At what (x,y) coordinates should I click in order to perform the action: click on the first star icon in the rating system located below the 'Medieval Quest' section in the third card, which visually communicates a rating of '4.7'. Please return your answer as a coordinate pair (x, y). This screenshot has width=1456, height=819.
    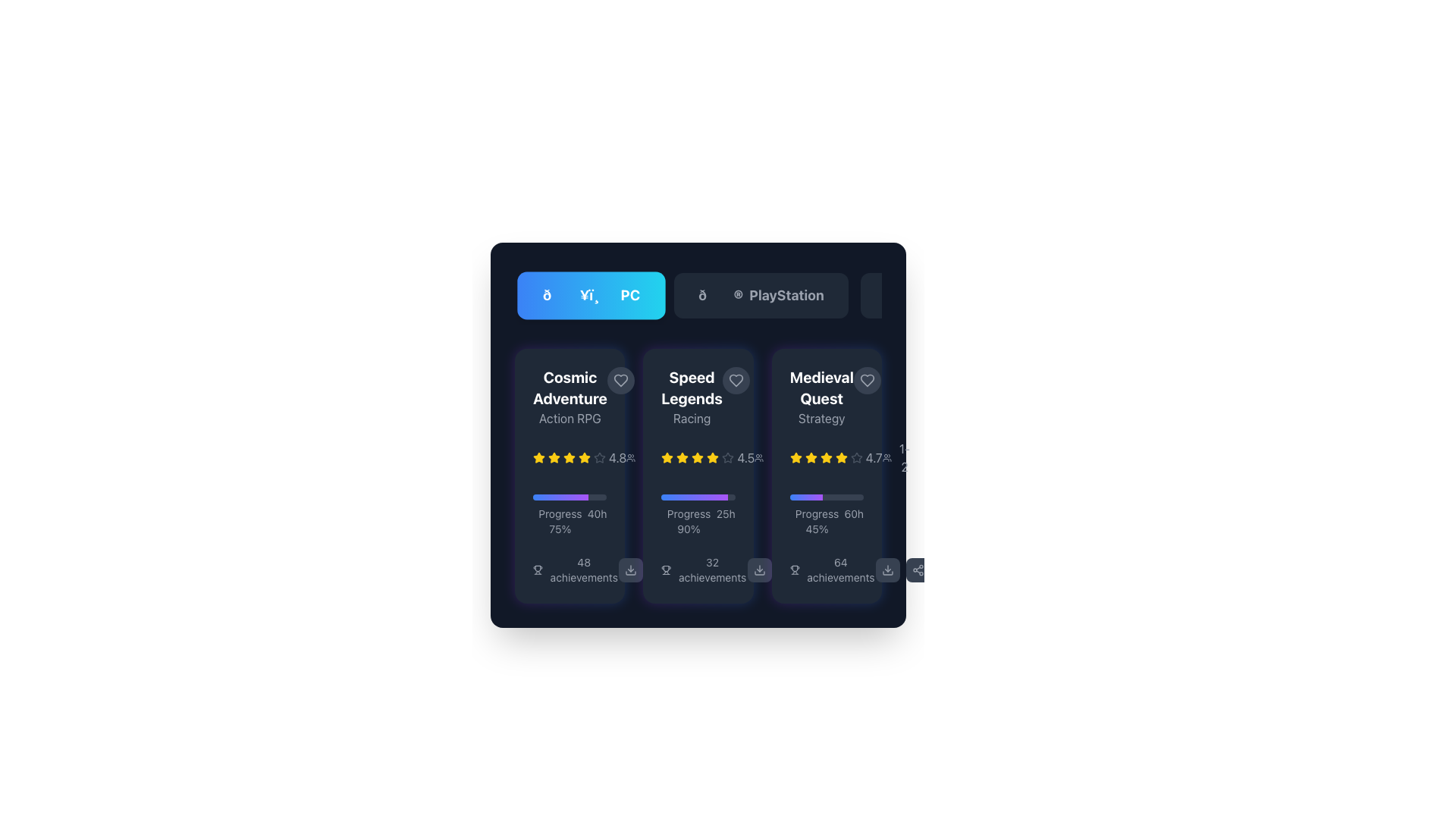
    Looking at the image, I should click on (795, 457).